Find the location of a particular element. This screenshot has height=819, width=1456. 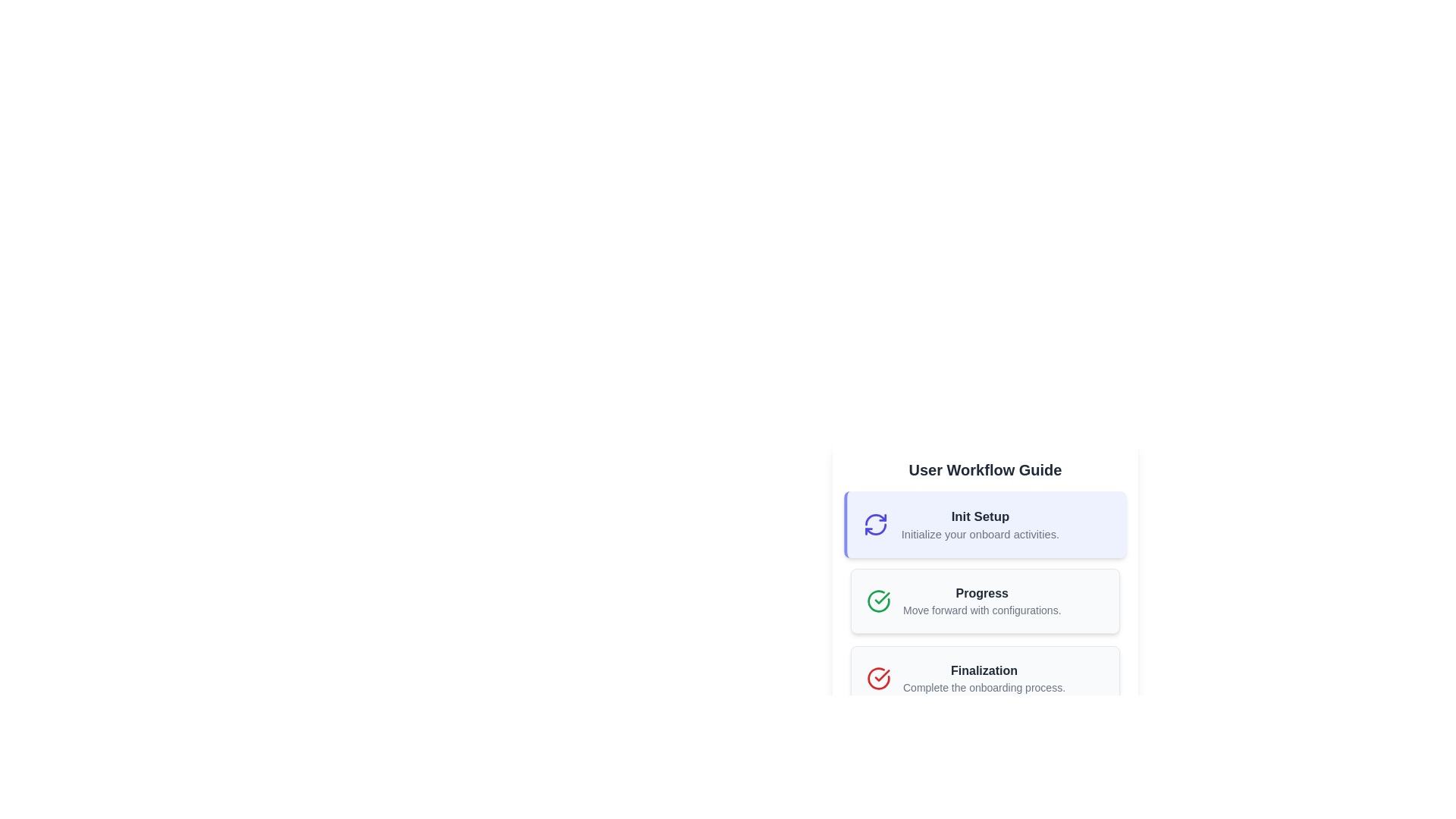

the static text description that provides additional contextual information related to the 'Init Setup' section of the guide, positioned immediately below the title 'Init Setup.' is located at coordinates (980, 533).